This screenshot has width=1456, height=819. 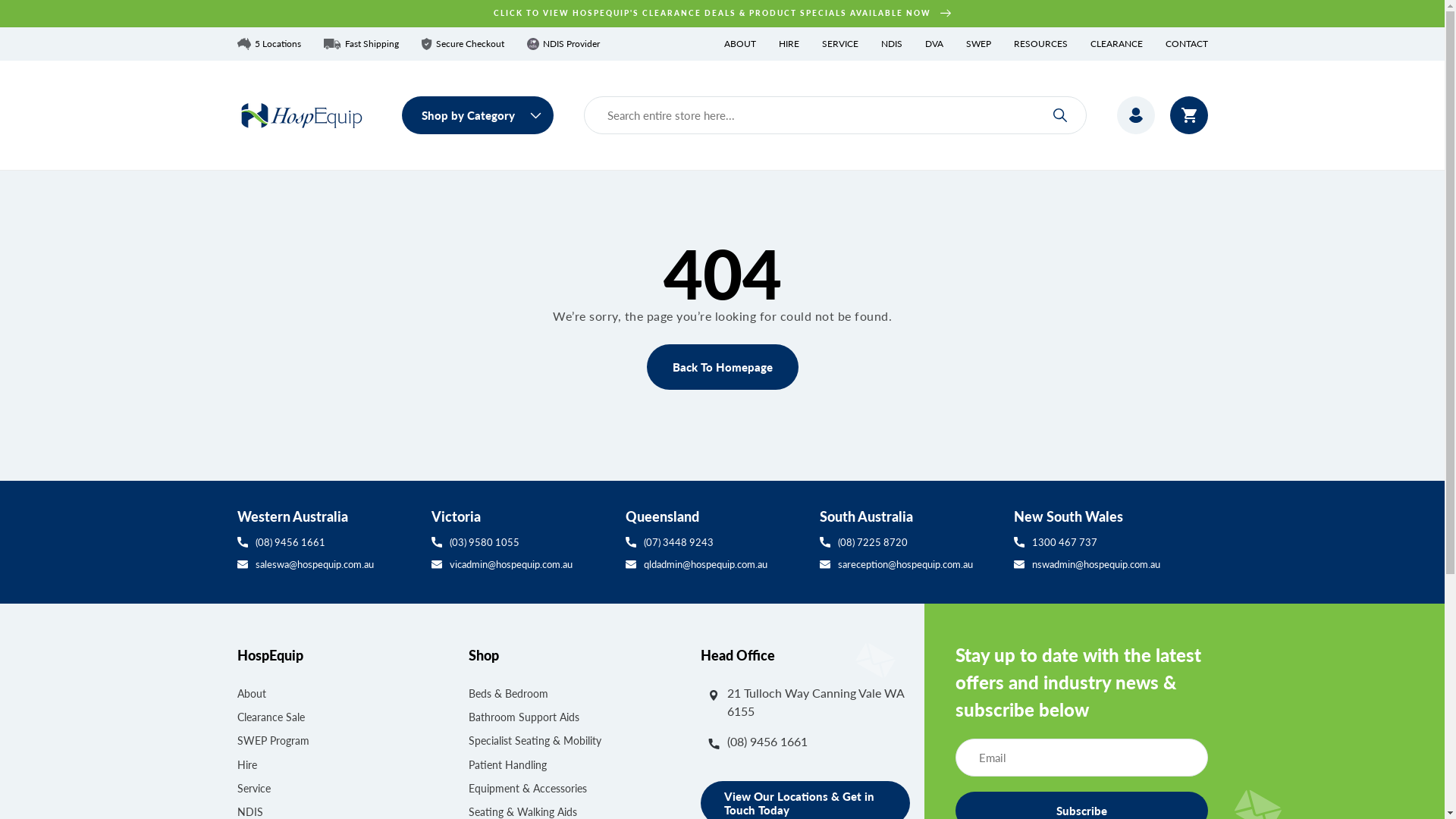 I want to click on 'Bathroom Support Aids', so click(x=468, y=717).